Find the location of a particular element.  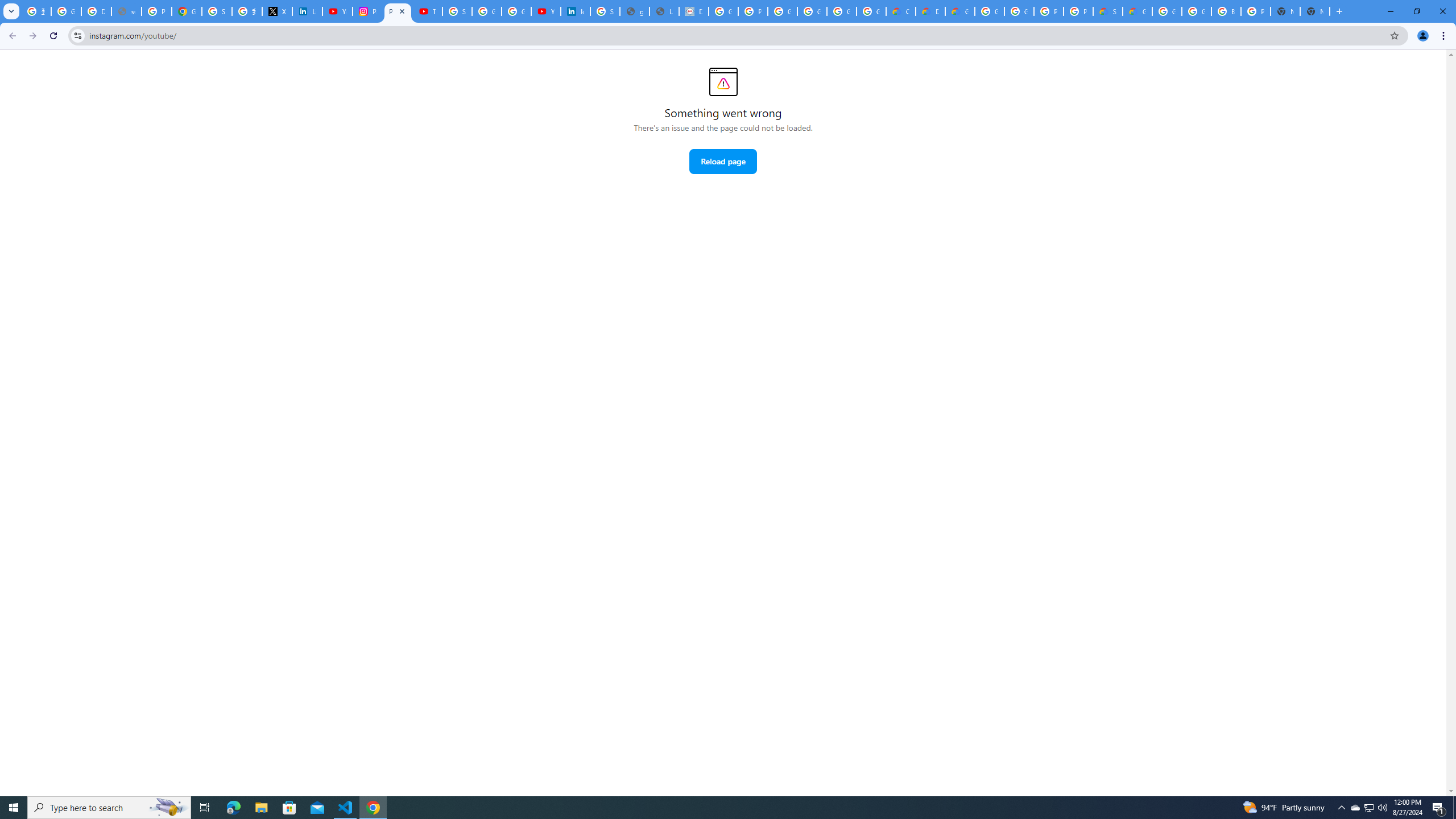

'Google Cloud Platform' is located at coordinates (1019, 11).